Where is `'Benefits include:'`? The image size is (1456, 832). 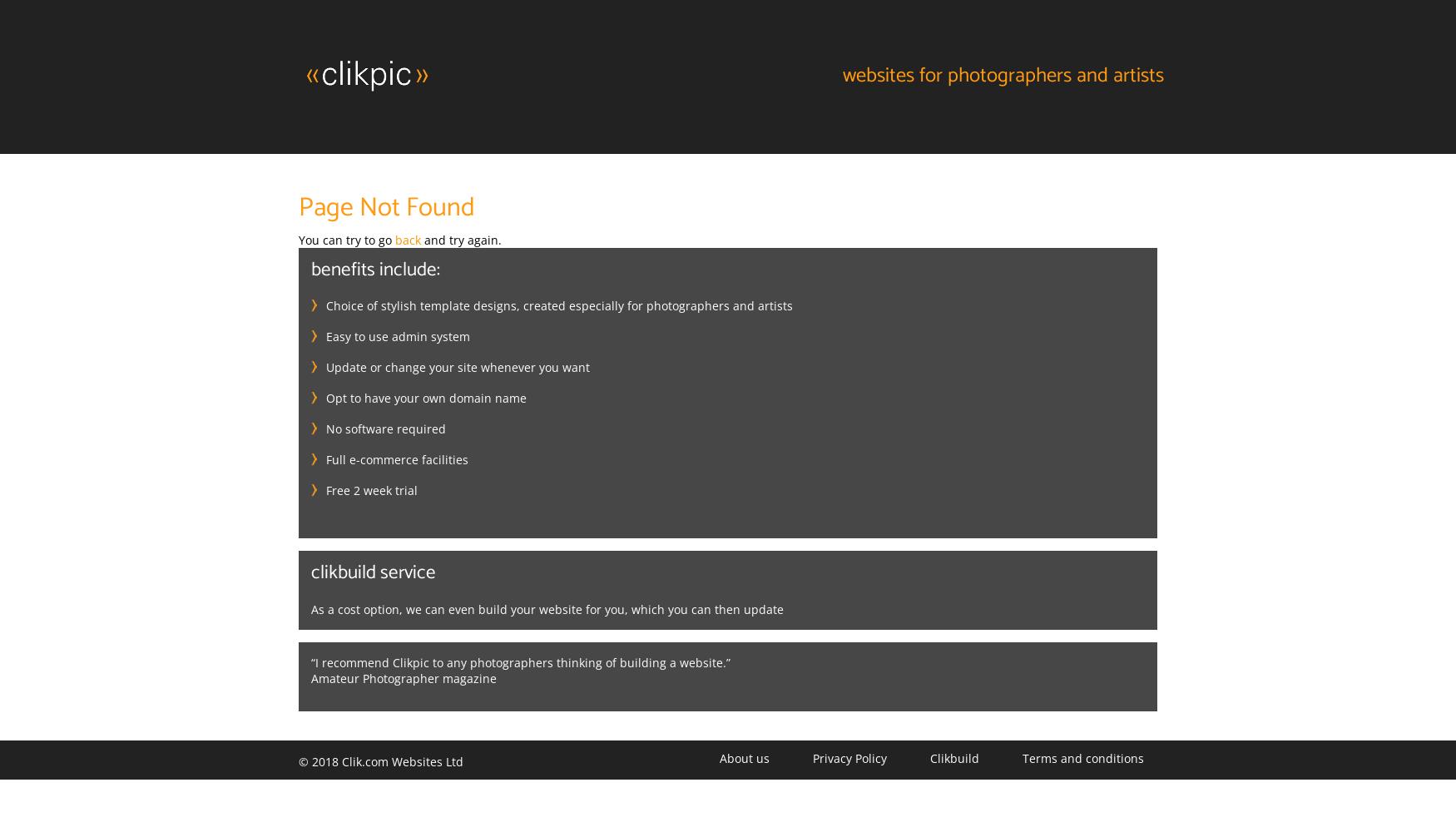
'Benefits include:' is located at coordinates (375, 268).